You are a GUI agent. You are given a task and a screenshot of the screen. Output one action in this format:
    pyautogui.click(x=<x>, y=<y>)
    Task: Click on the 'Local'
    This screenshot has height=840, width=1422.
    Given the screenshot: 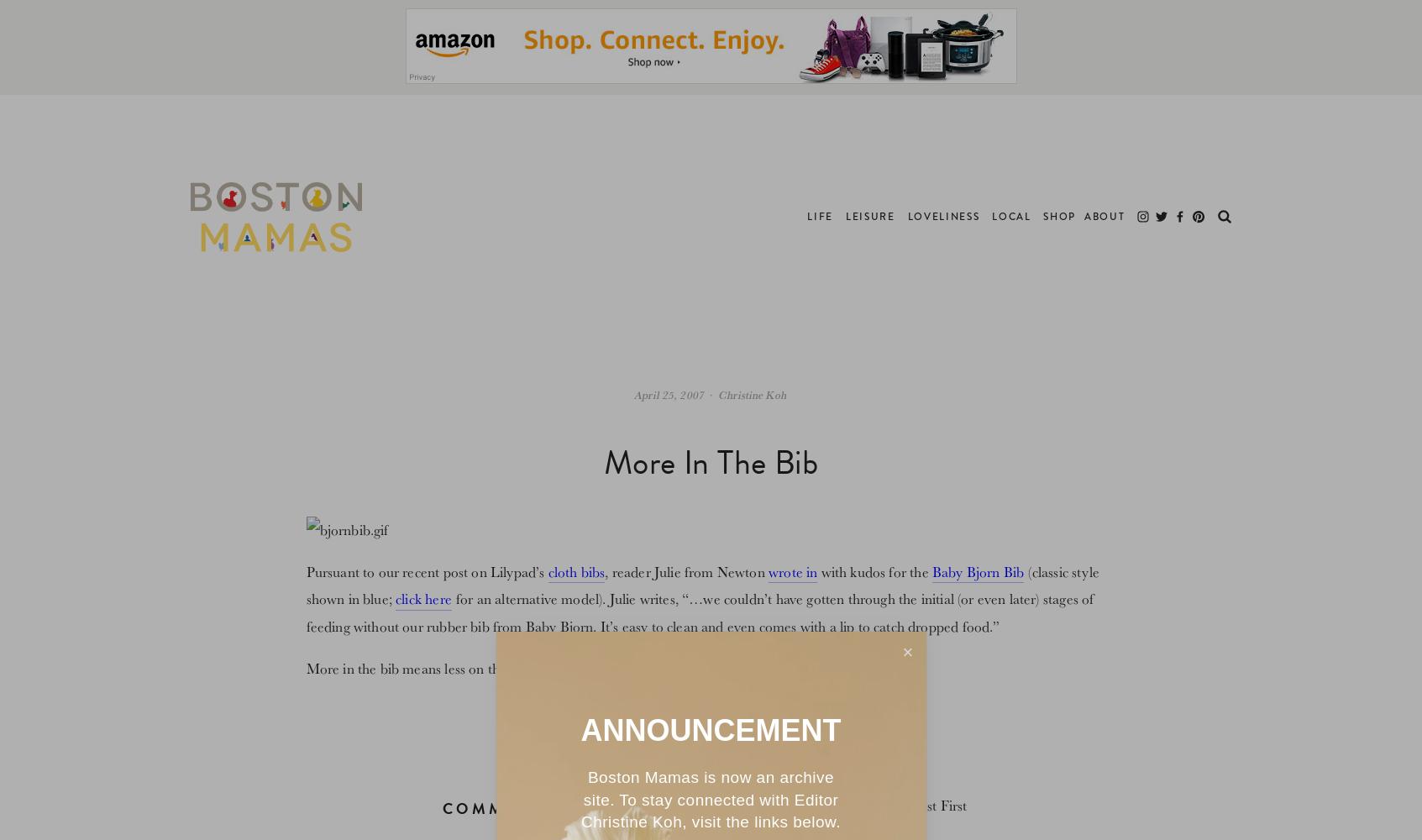 What is the action you would take?
    pyautogui.click(x=1010, y=217)
    